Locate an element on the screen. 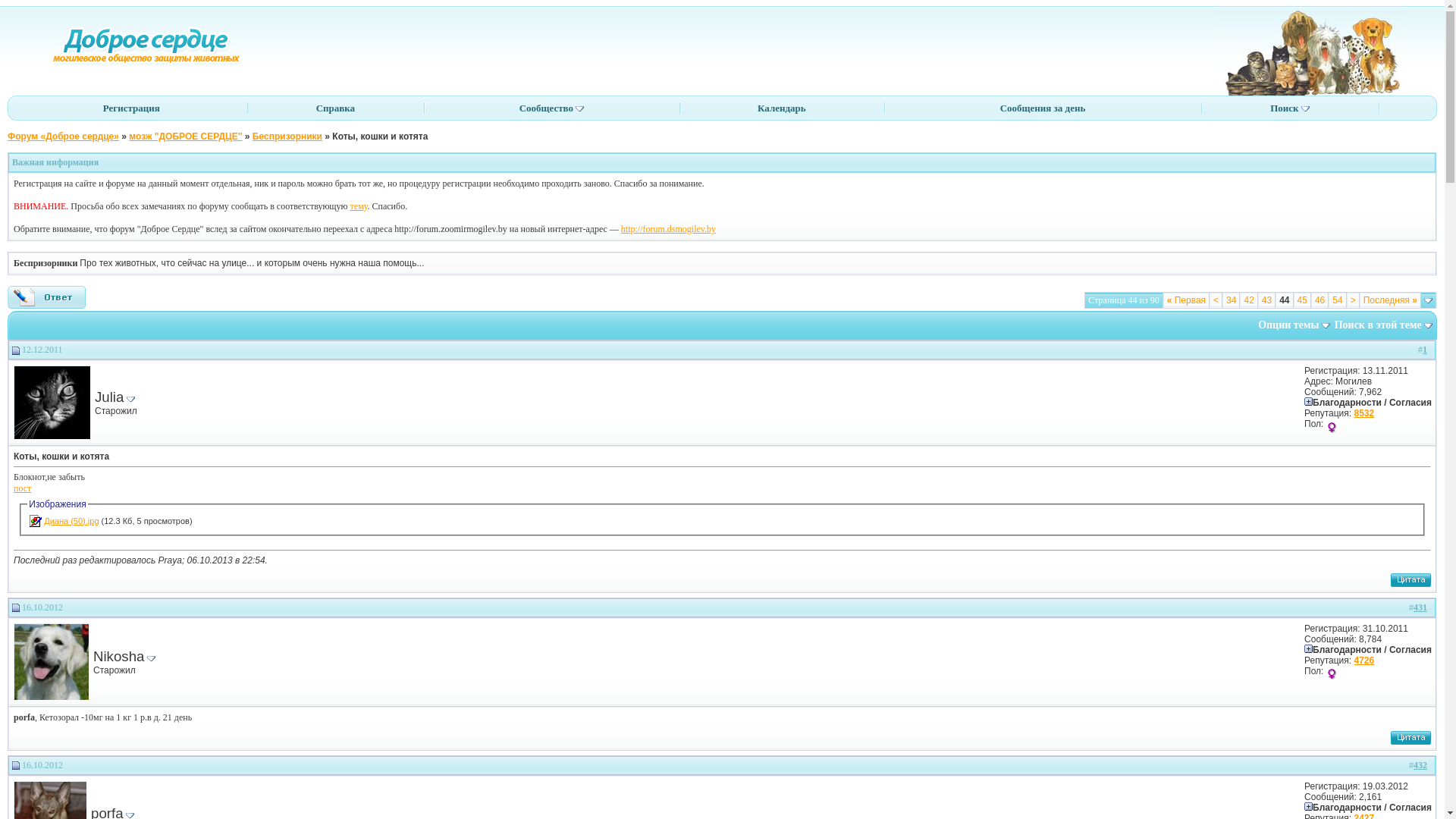  '4726' is located at coordinates (1363, 660).